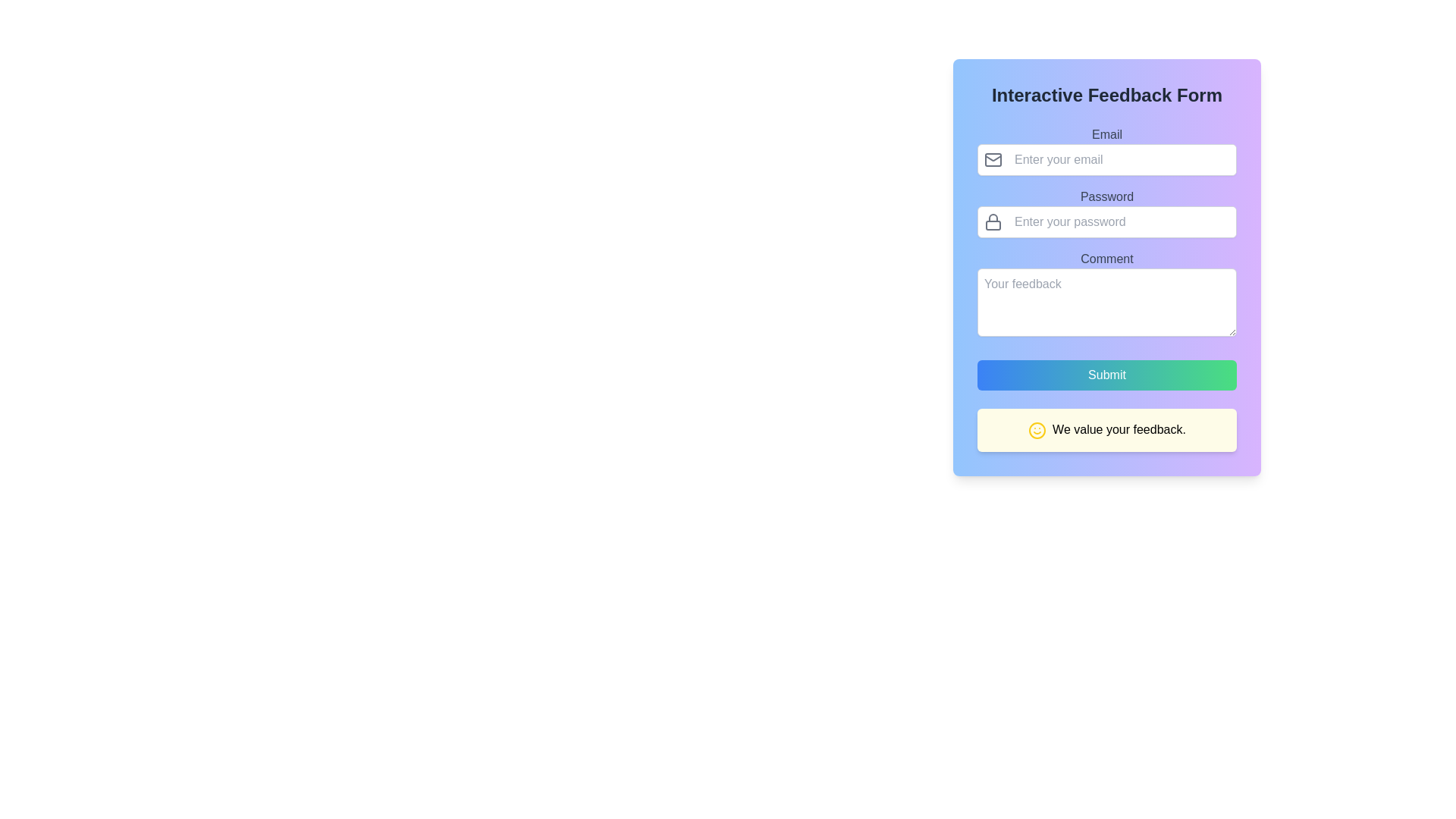 The image size is (1456, 819). I want to click on the label text indicating the password input field, which is positioned above the password text box in the interactive feedback form, so click(1106, 196).